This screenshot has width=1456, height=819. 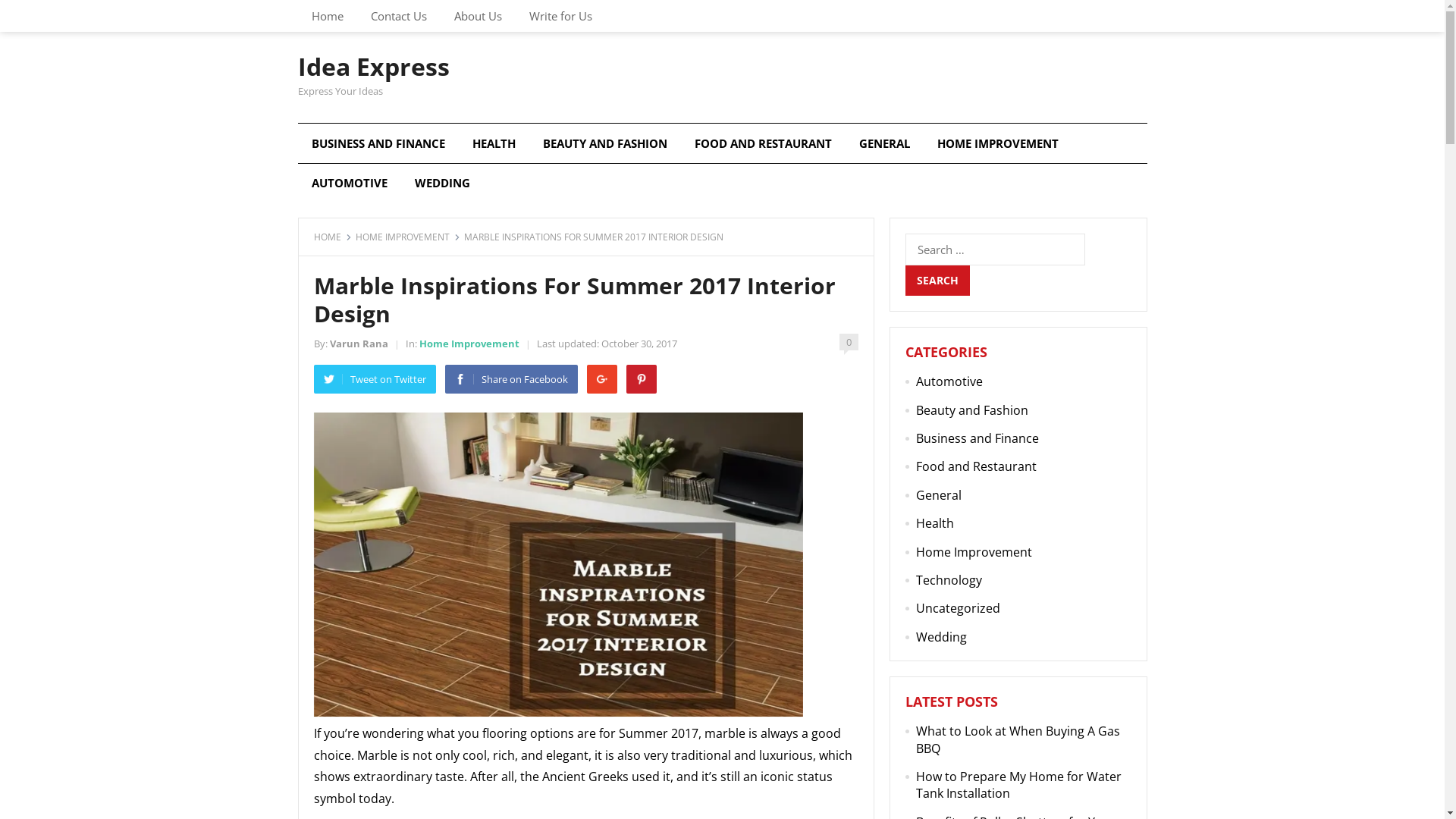 What do you see at coordinates (1018, 739) in the screenshot?
I see `'What to Look at When Buying A Gas BBQ'` at bounding box center [1018, 739].